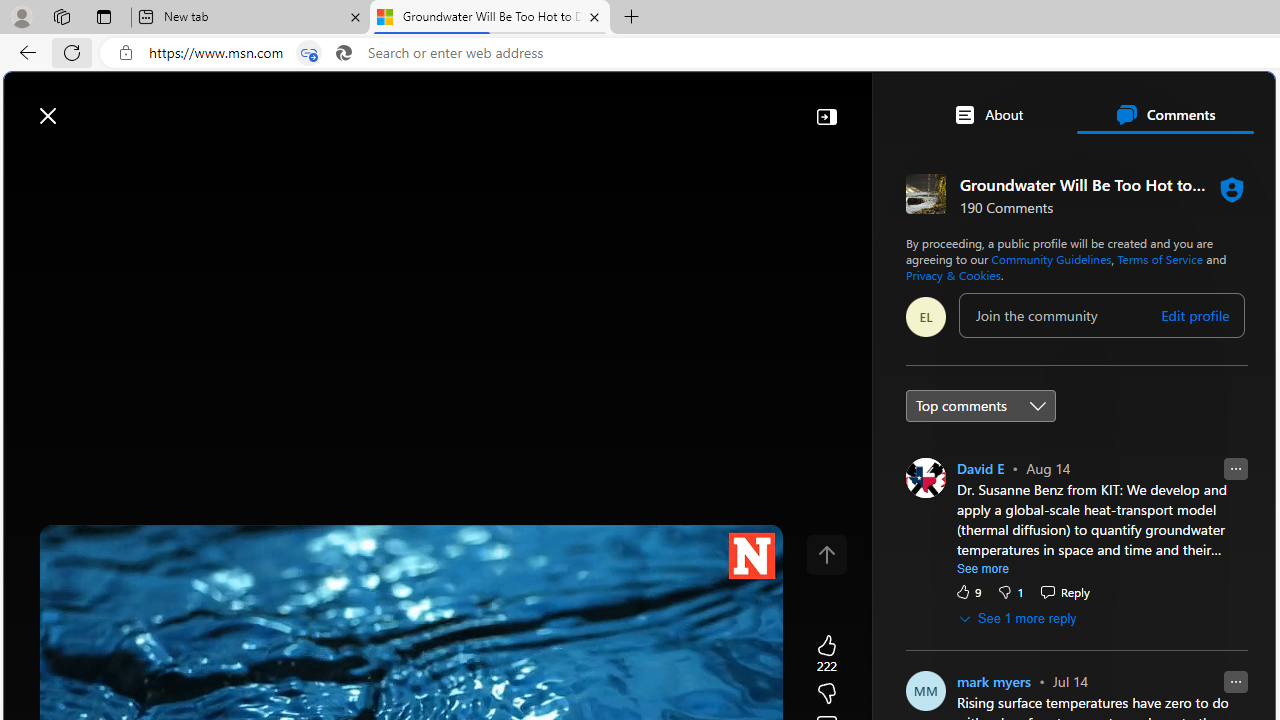 The height and width of the screenshot is (720, 1280). What do you see at coordinates (980, 405) in the screenshot?
I see `'Sort comments by'` at bounding box center [980, 405].